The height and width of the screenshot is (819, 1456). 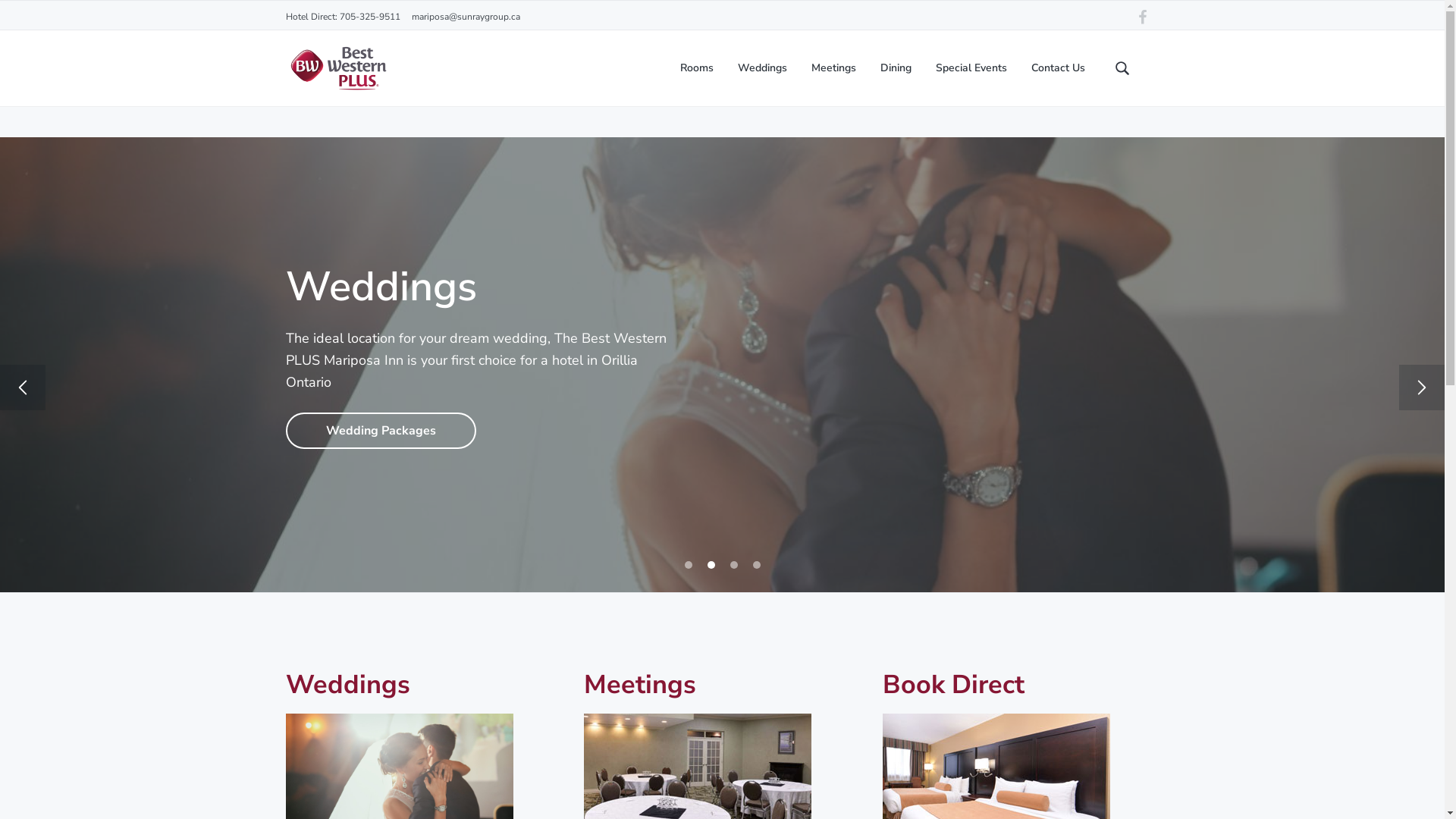 I want to click on '1', so click(x=687, y=564).